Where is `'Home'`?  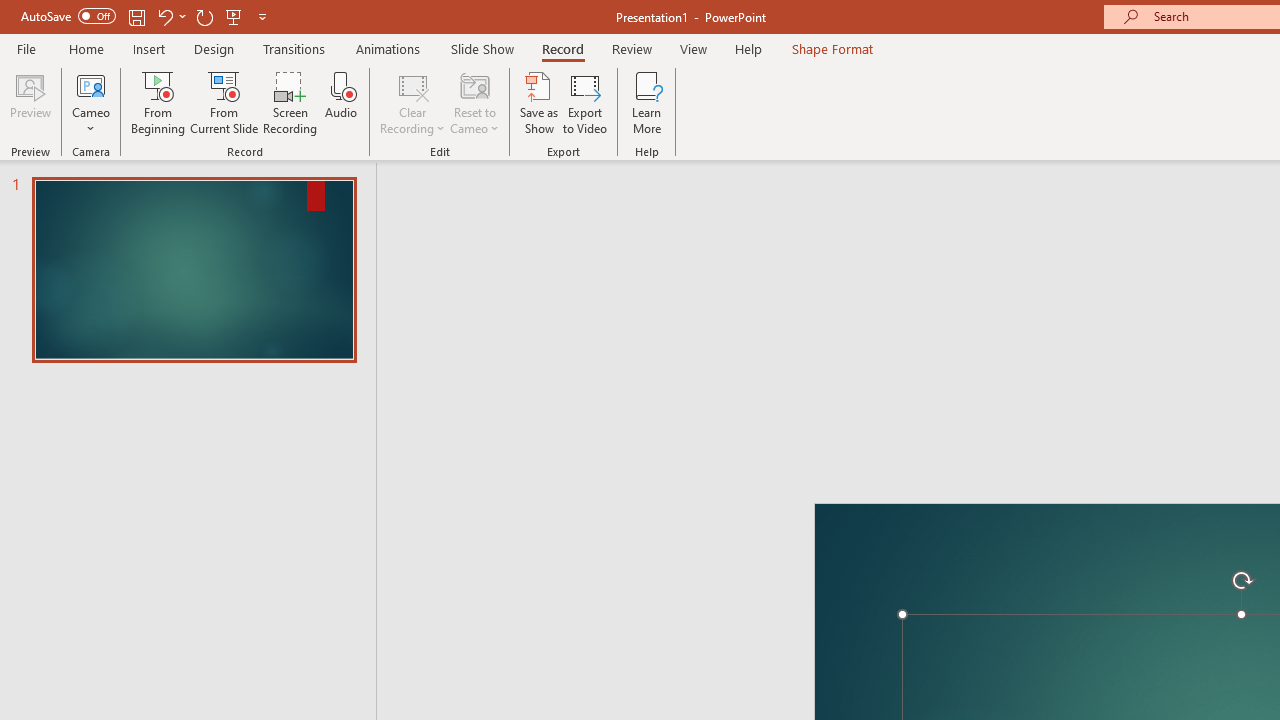 'Home' is located at coordinates (85, 48).